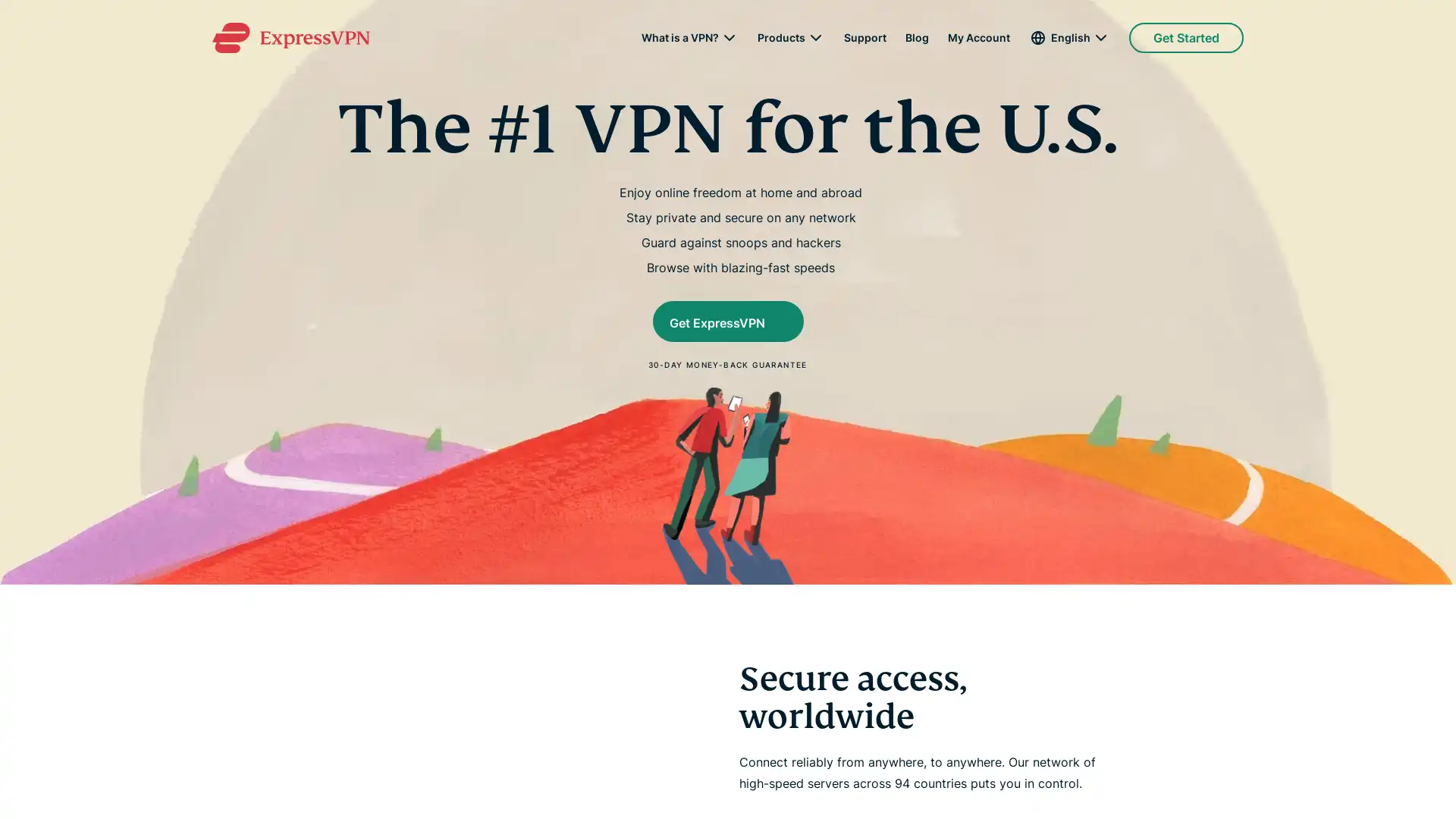  What do you see at coordinates (1068, 37) in the screenshot?
I see `Language` at bounding box center [1068, 37].